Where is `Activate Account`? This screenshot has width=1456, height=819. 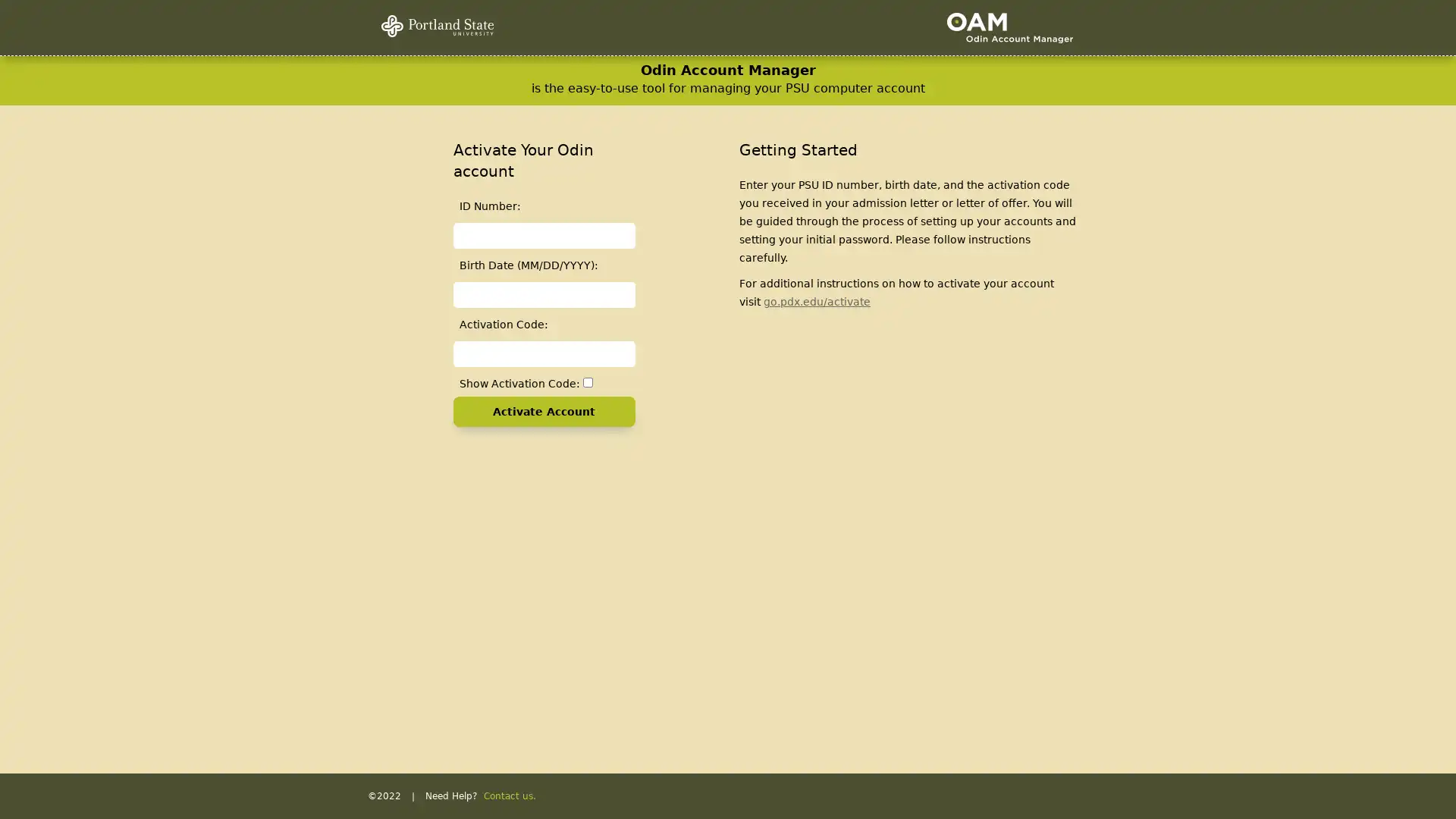
Activate Account is located at coordinates (543, 412).